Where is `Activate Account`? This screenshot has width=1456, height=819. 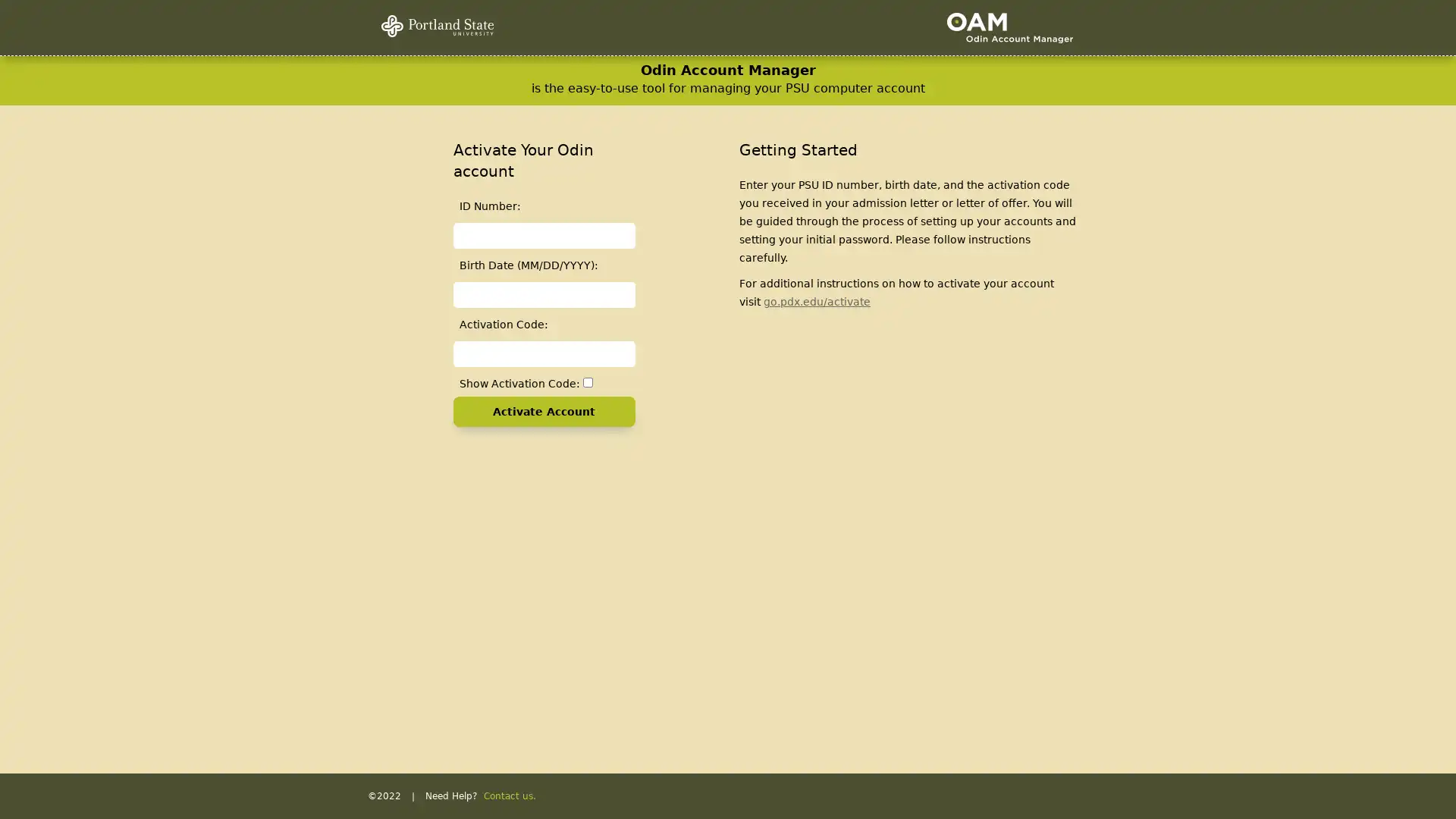
Activate Account is located at coordinates (543, 412).